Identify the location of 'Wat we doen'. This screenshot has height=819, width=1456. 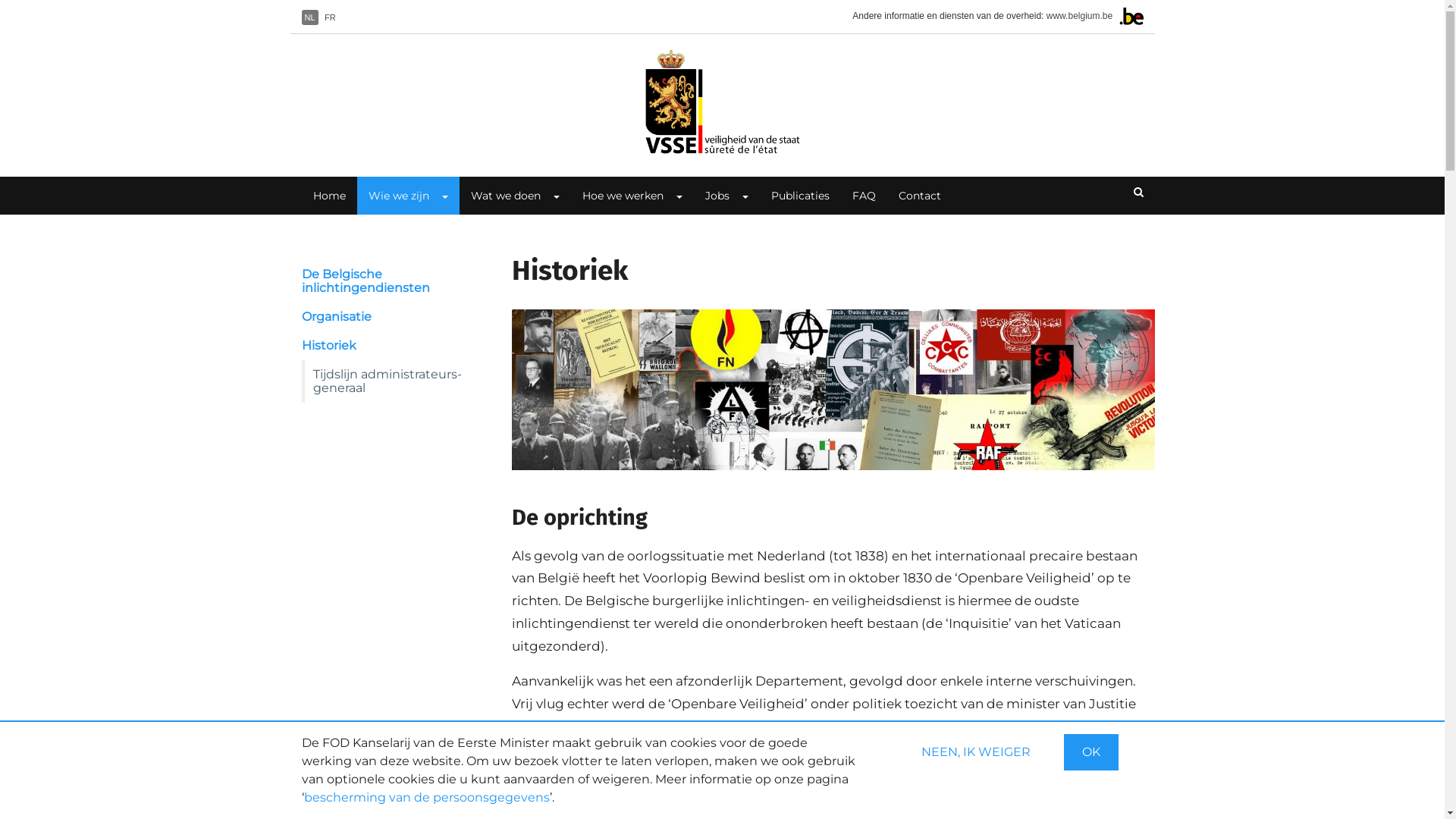
(500, 195).